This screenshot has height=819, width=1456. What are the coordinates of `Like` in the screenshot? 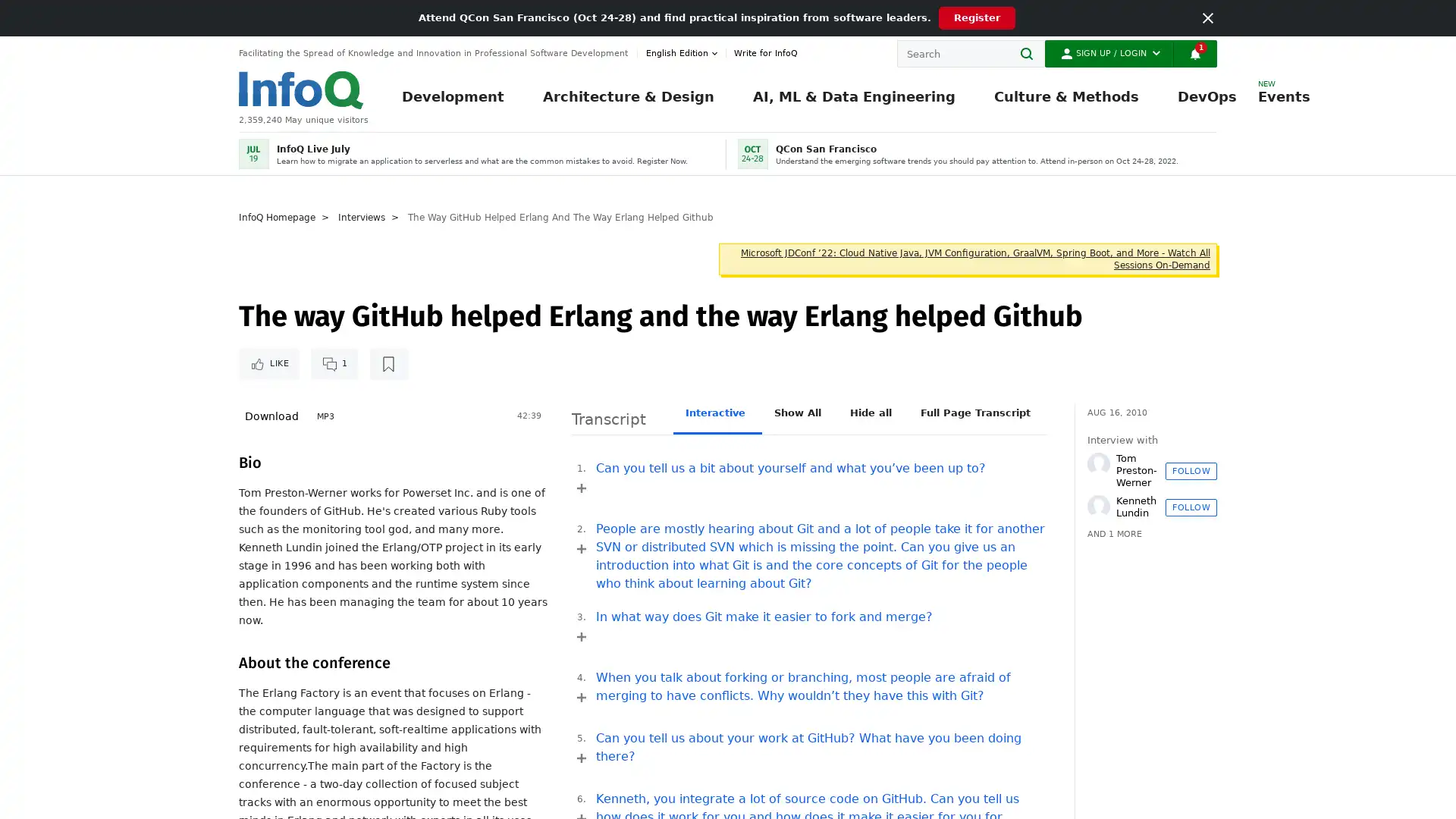 It's located at (268, 363).